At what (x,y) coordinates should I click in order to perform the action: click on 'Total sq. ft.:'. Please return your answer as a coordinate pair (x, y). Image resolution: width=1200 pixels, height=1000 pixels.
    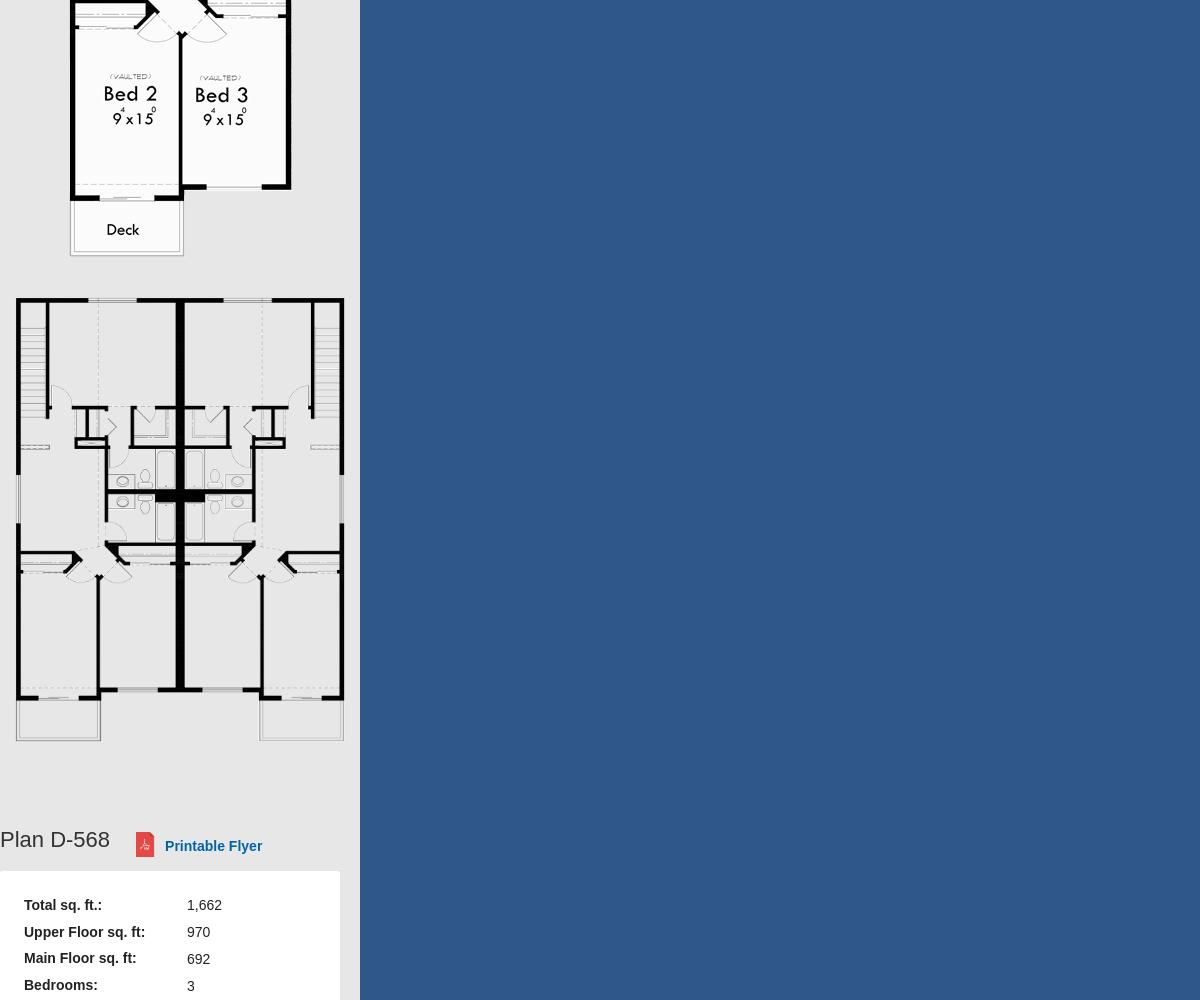
    Looking at the image, I should click on (63, 904).